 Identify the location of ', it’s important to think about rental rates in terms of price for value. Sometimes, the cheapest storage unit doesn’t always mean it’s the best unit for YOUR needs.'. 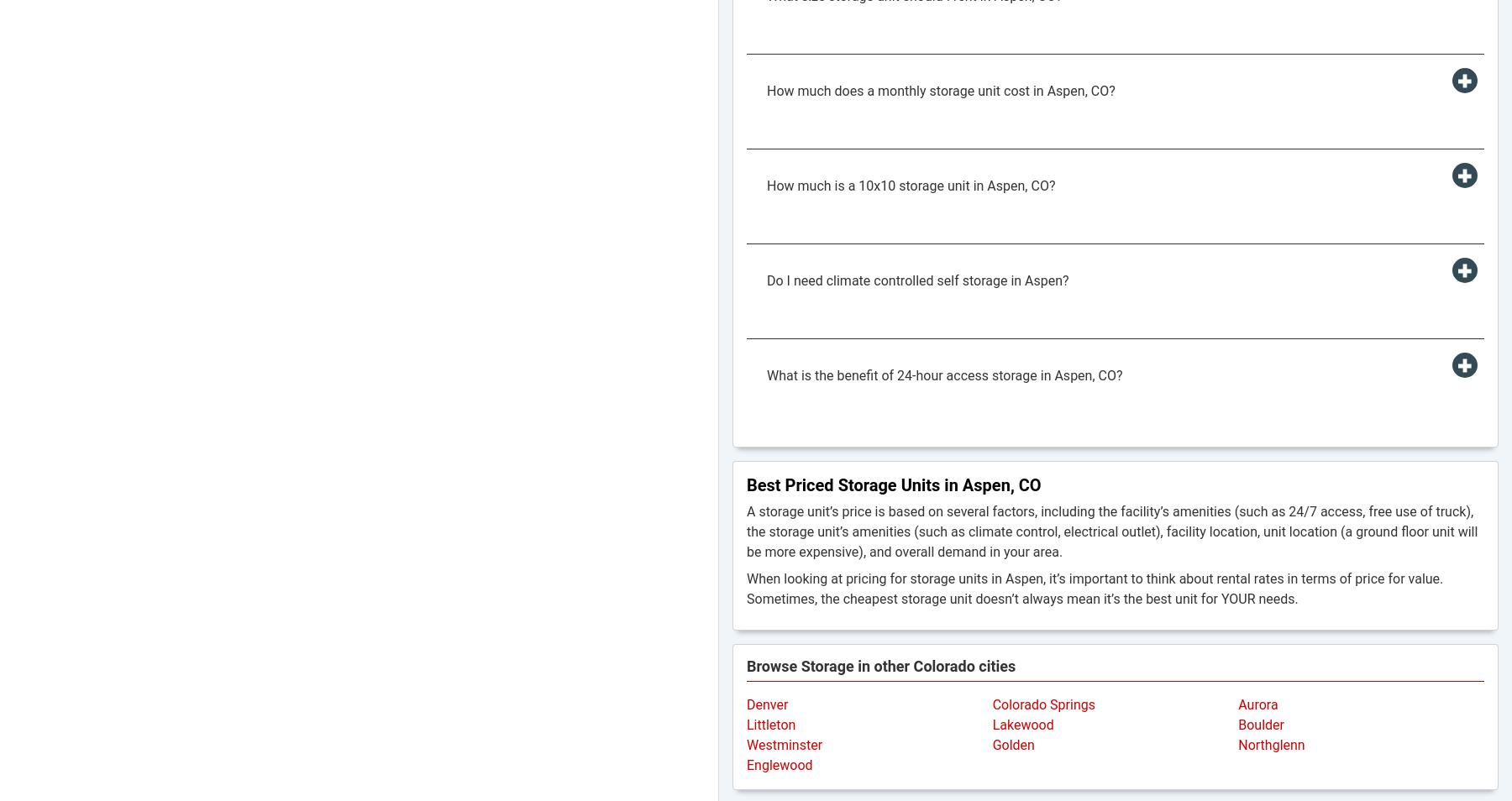
(747, 588).